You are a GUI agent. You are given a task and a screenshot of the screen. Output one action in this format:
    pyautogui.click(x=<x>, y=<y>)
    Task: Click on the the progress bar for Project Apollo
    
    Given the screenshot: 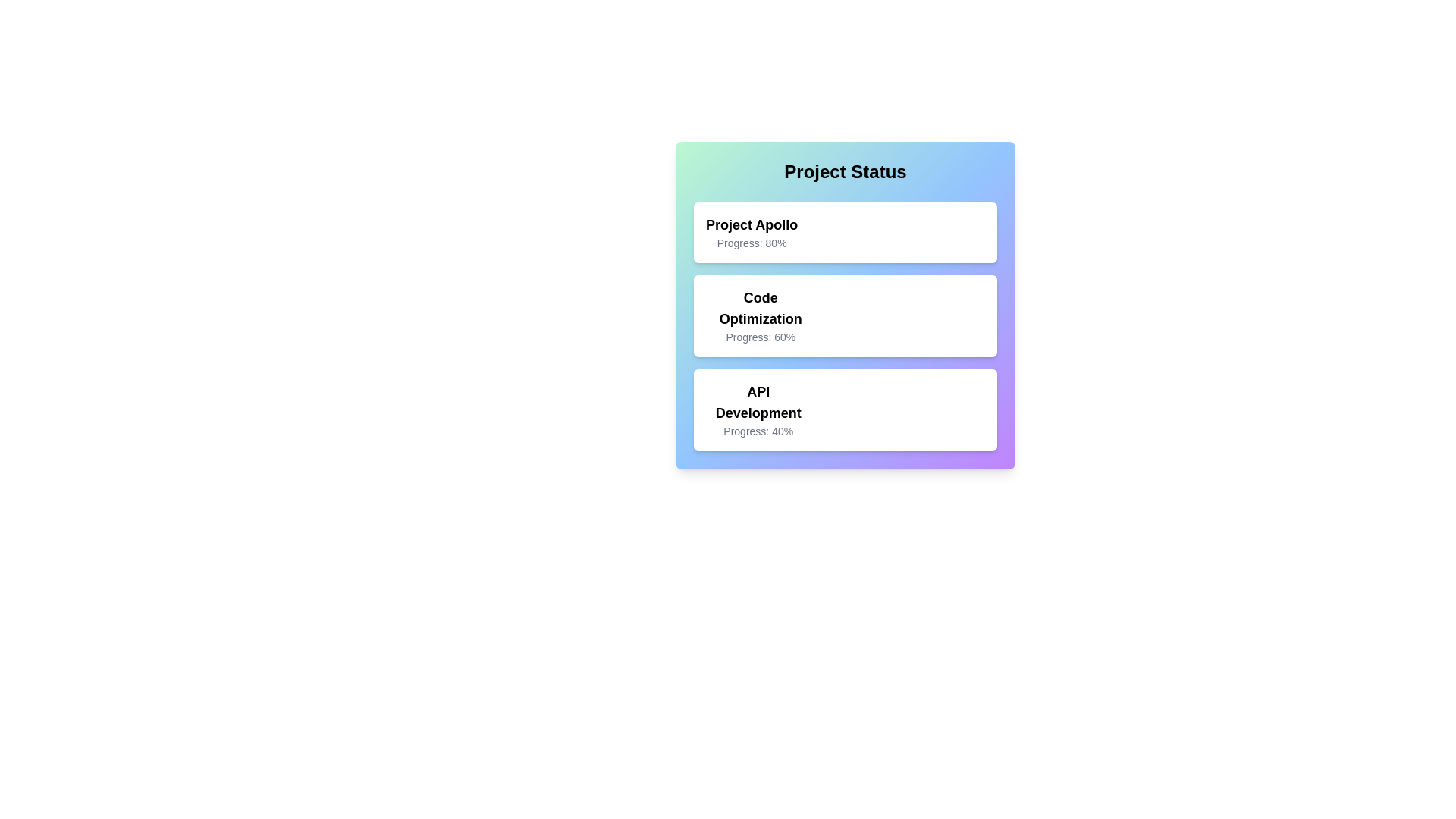 What is the action you would take?
    pyautogui.click(x=852, y=233)
    